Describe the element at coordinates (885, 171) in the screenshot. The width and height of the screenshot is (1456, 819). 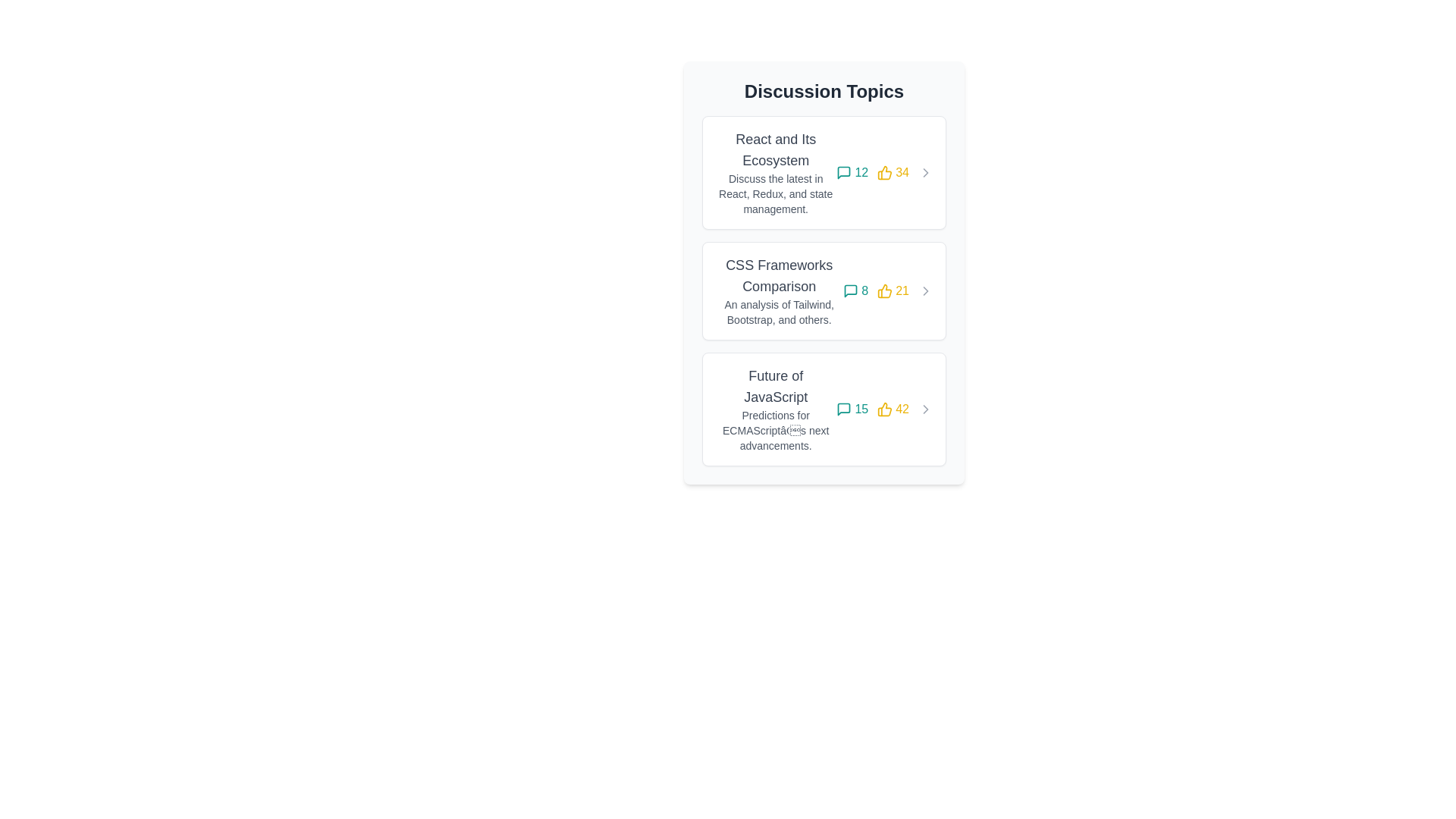
I see `the thumbs-up icon next to the number '34' in yellow, which is the third item in the statistics section of the React and Its Ecosystem topic card` at that location.